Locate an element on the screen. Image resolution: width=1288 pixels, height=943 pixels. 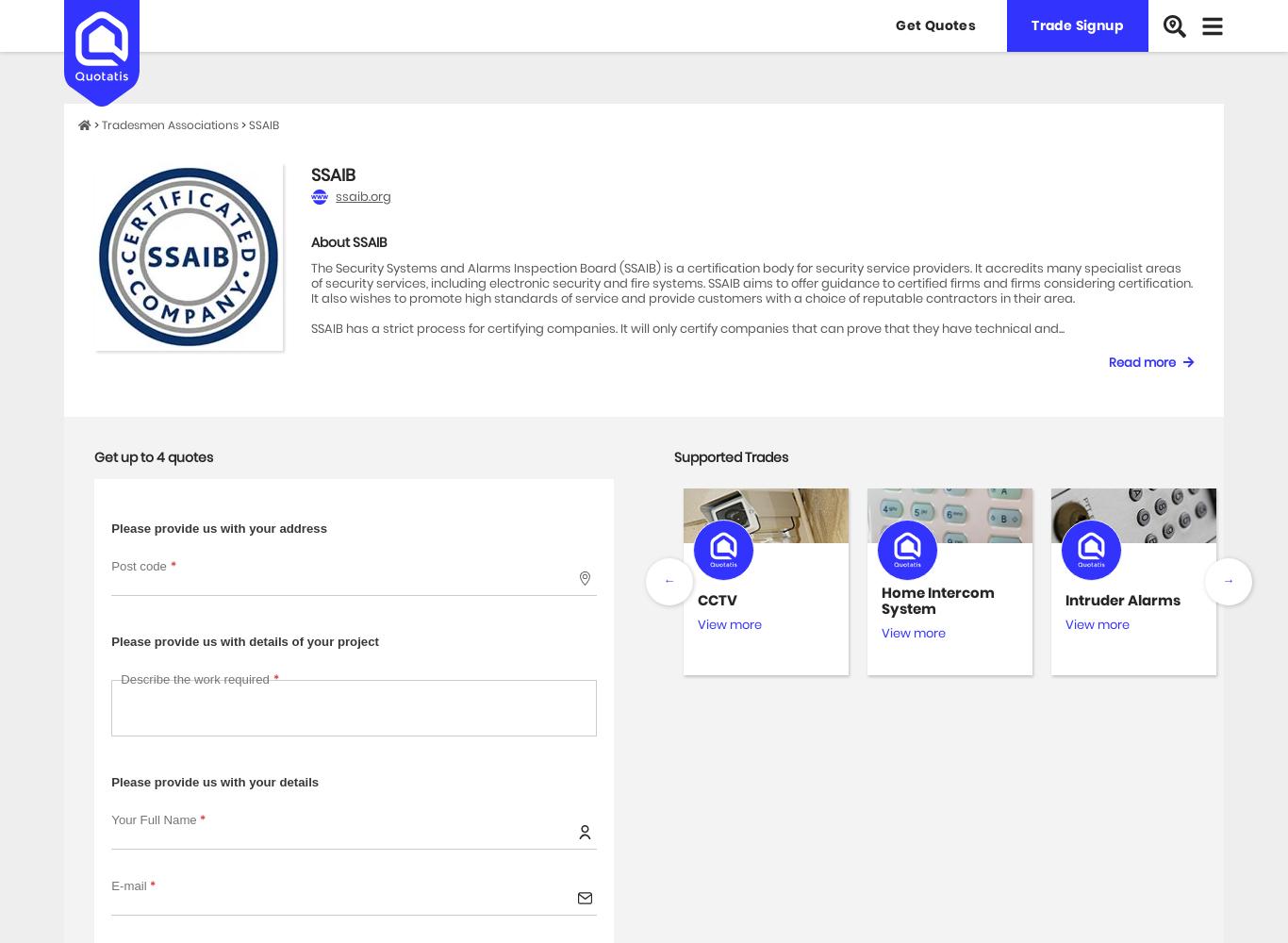
'Security Gates' is located at coordinates (512, 601).